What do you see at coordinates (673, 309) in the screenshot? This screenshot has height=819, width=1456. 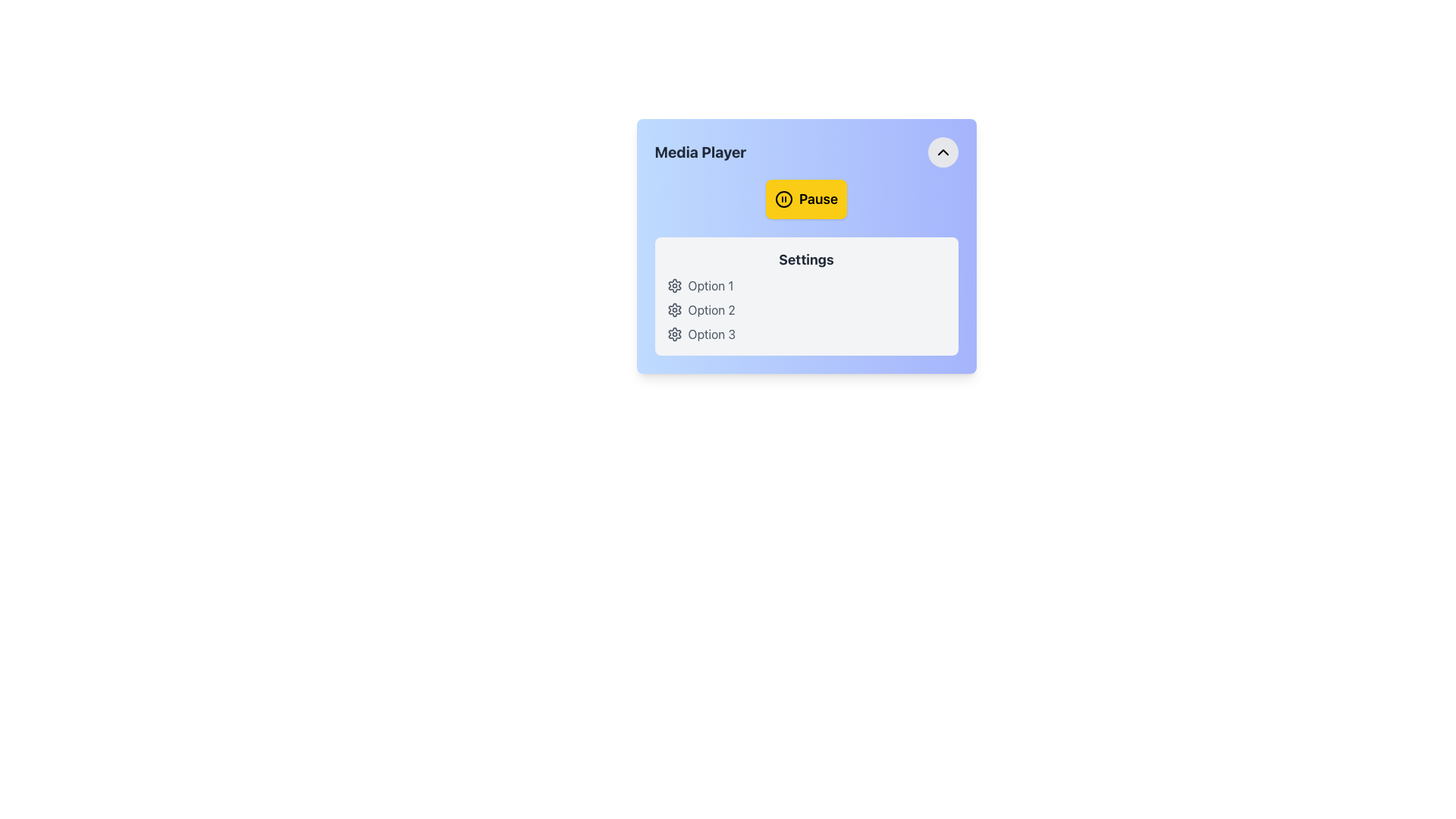 I see `the gear-shaped icon representing settings, located to the left of the text 'Option 2' in the vertical list under the 'Settings' section` at bounding box center [673, 309].